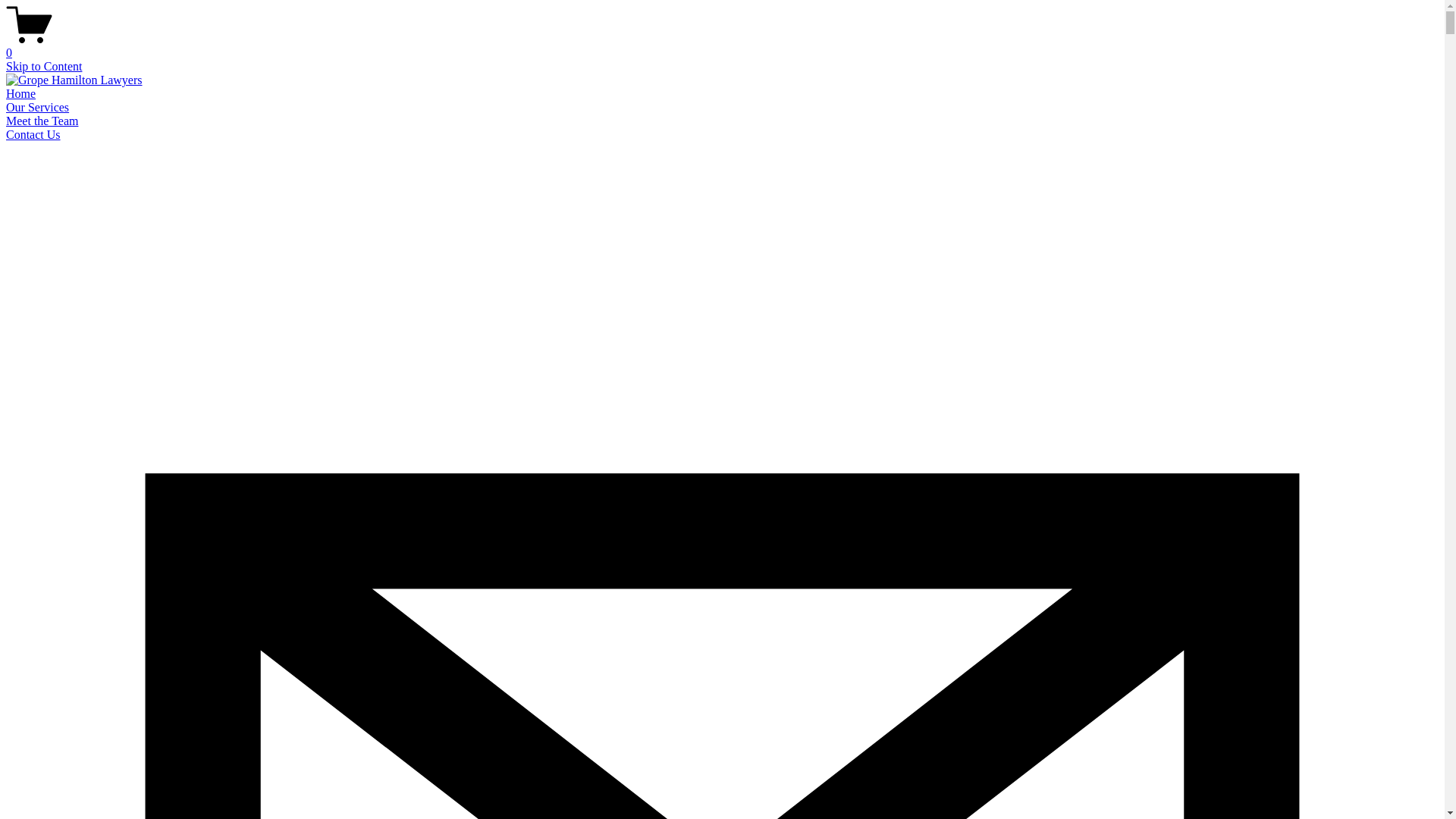 The image size is (1456, 819). Describe the element at coordinates (6, 65) in the screenshot. I see `'Skip to Content'` at that location.